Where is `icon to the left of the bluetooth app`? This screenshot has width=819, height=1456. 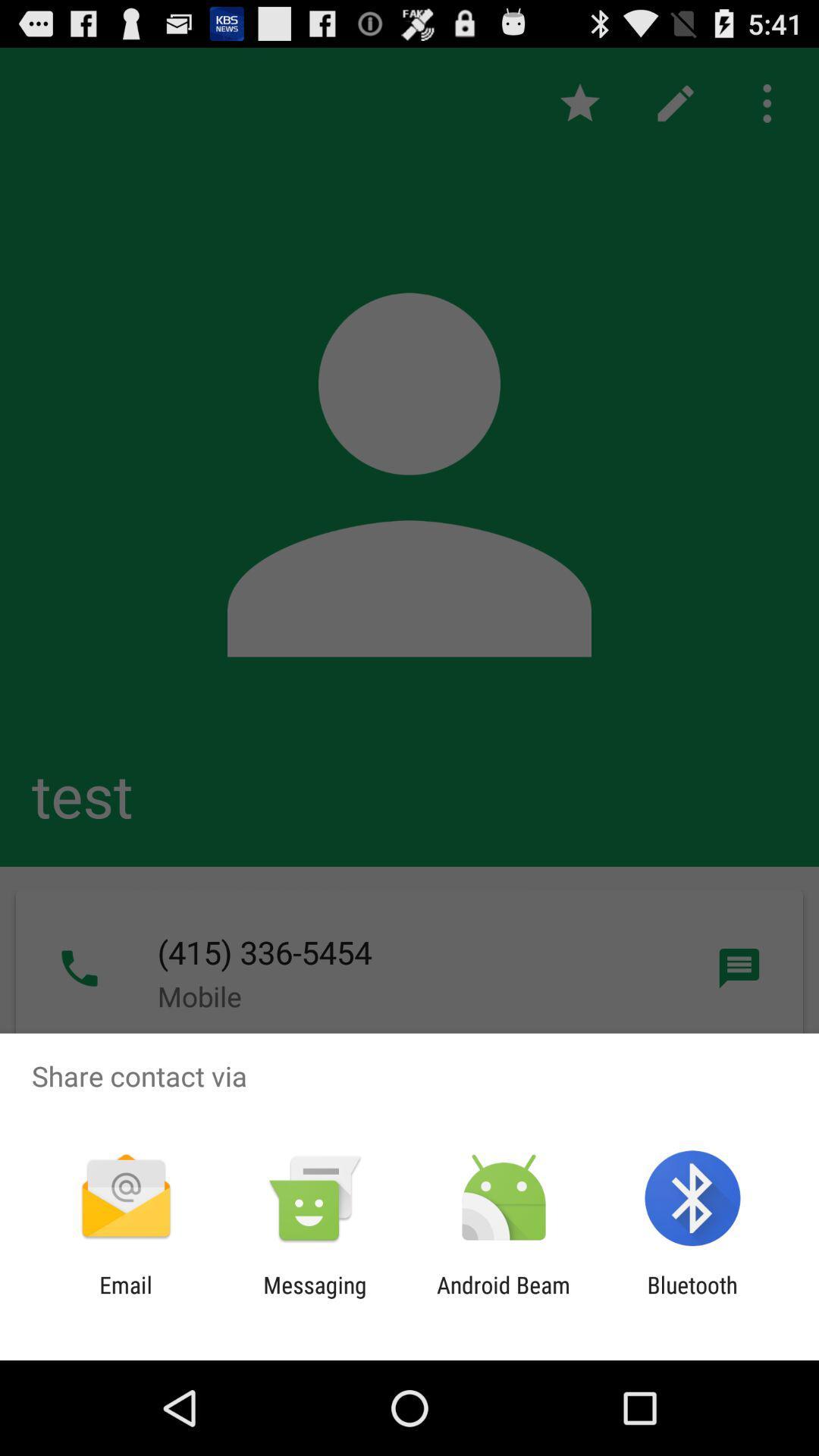
icon to the left of the bluetooth app is located at coordinates (504, 1298).